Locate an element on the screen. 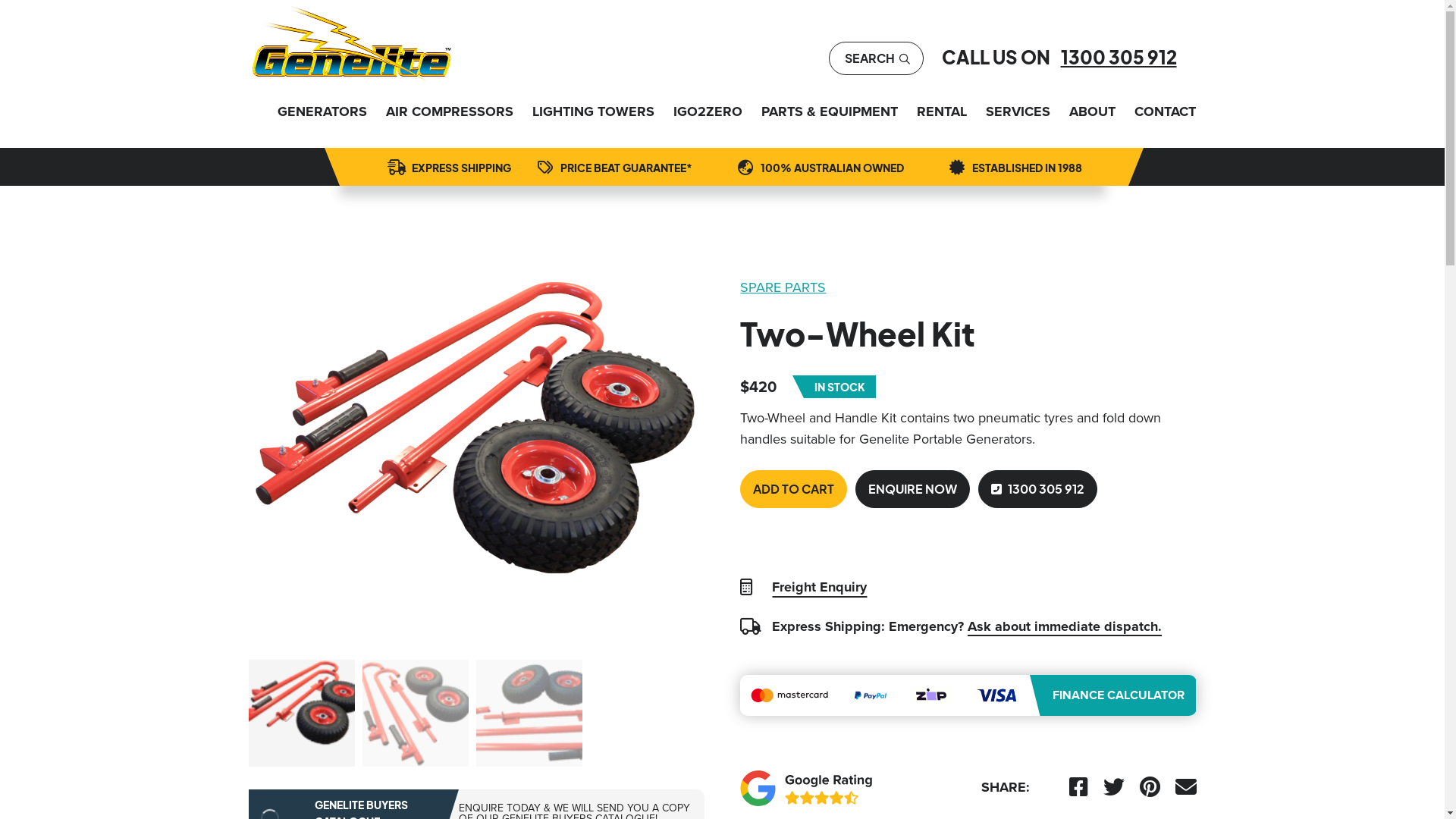 This screenshot has width=1456, height=819. 'SPARE PARTS' is located at coordinates (739, 287).